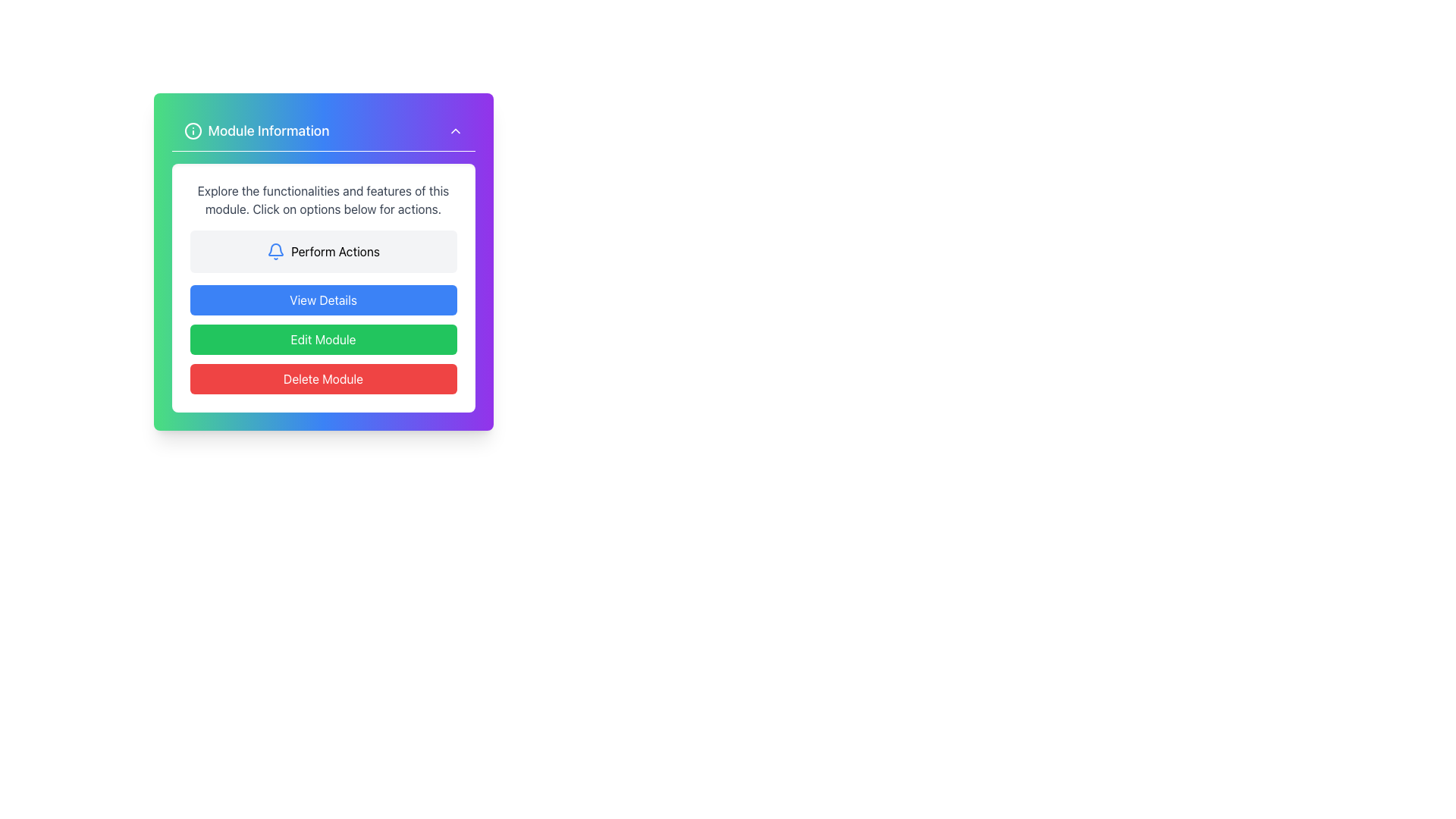 The image size is (1456, 819). I want to click on the second button in a vertical stack of three buttons, positioned below the blue 'View Details' button and above the red 'Delete Module' button, so click(322, 338).